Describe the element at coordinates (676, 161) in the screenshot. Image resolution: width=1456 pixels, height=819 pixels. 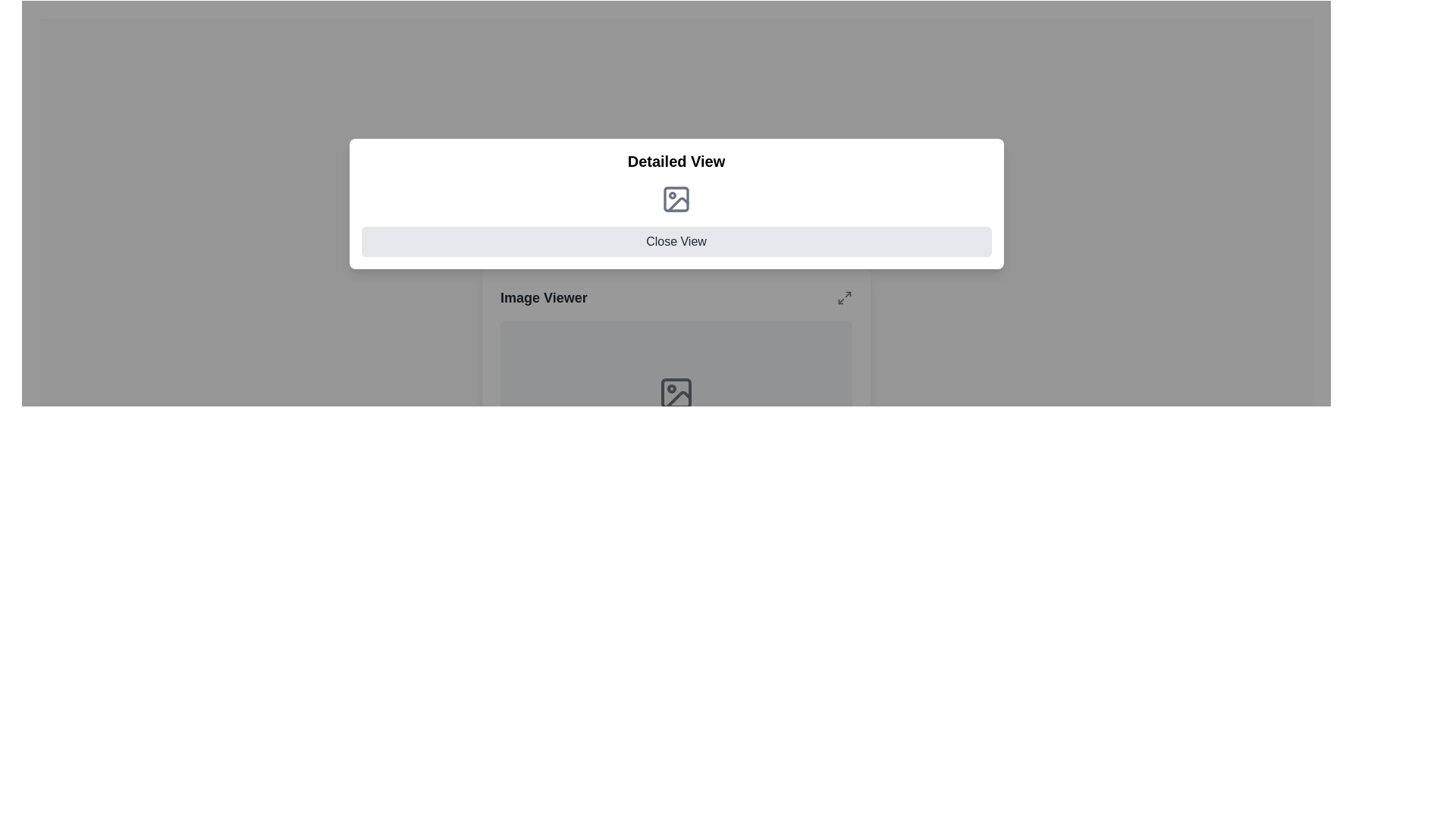
I see `text from the Text Label at the top section of the modal, which serves as the title indicating the detailed contents below` at that location.